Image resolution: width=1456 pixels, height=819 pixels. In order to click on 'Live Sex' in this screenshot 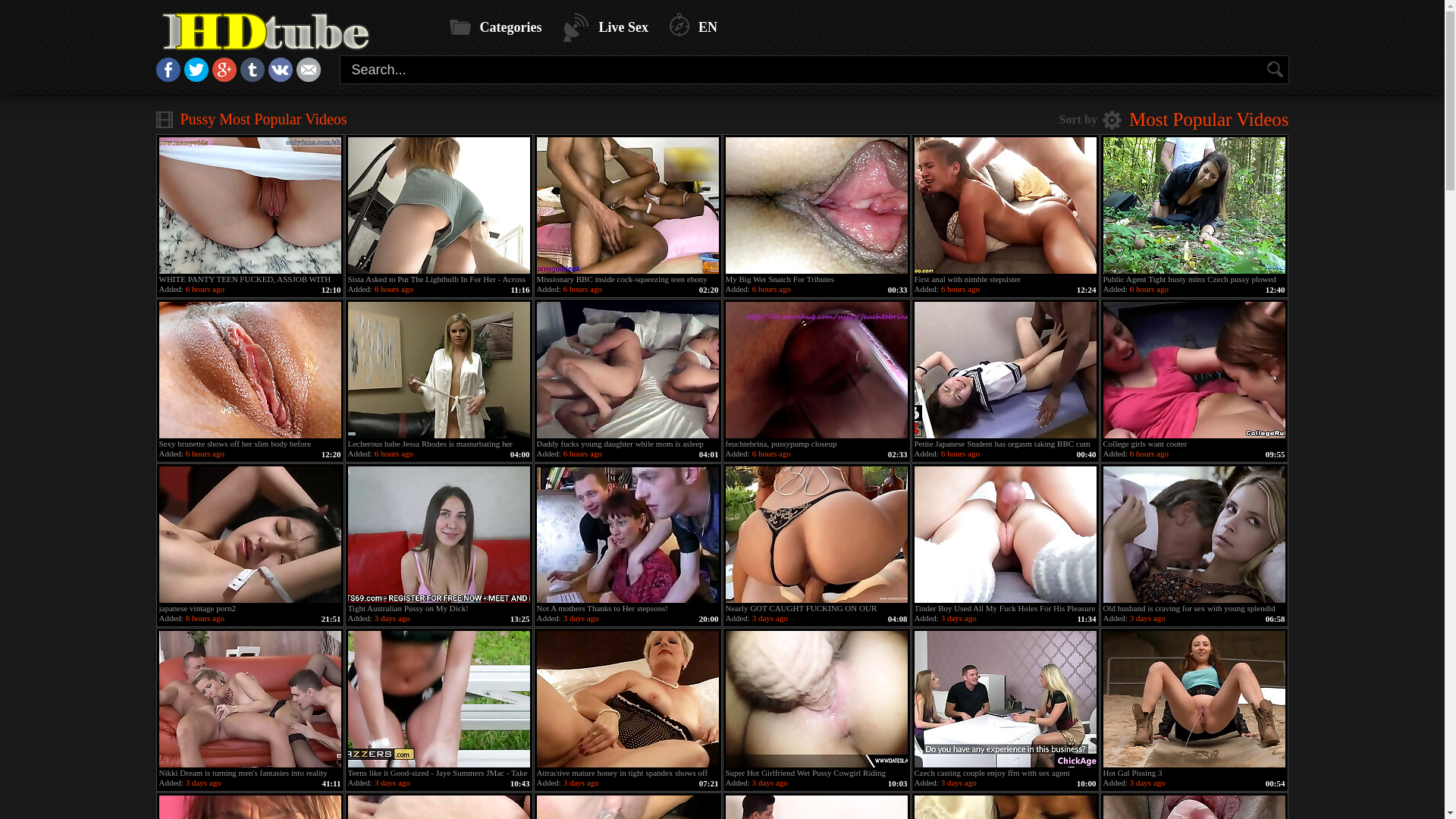, I will do `click(604, 27)`.